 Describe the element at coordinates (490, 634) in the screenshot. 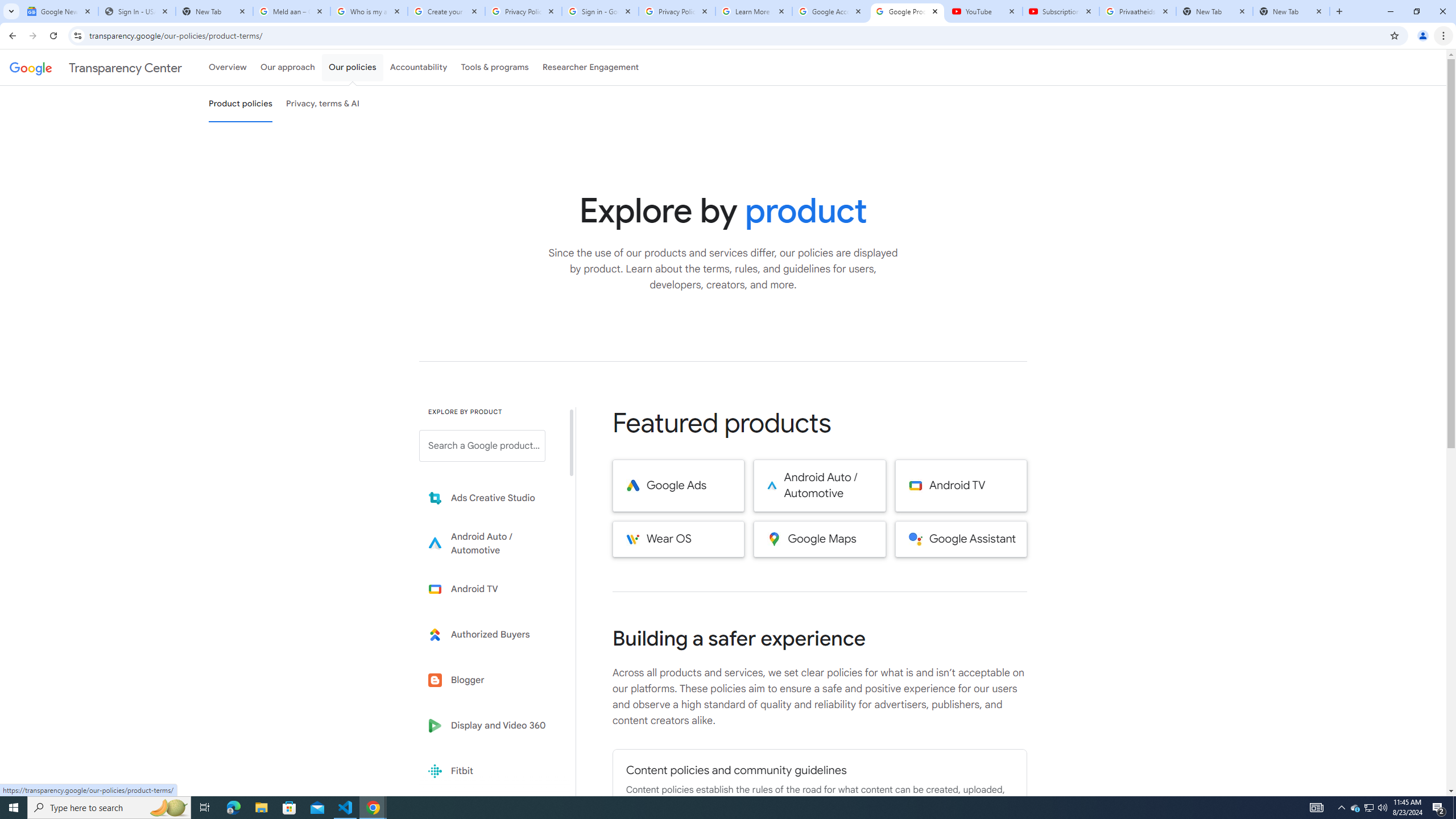

I see `'Learn more about Authorized Buyers'` at that location.